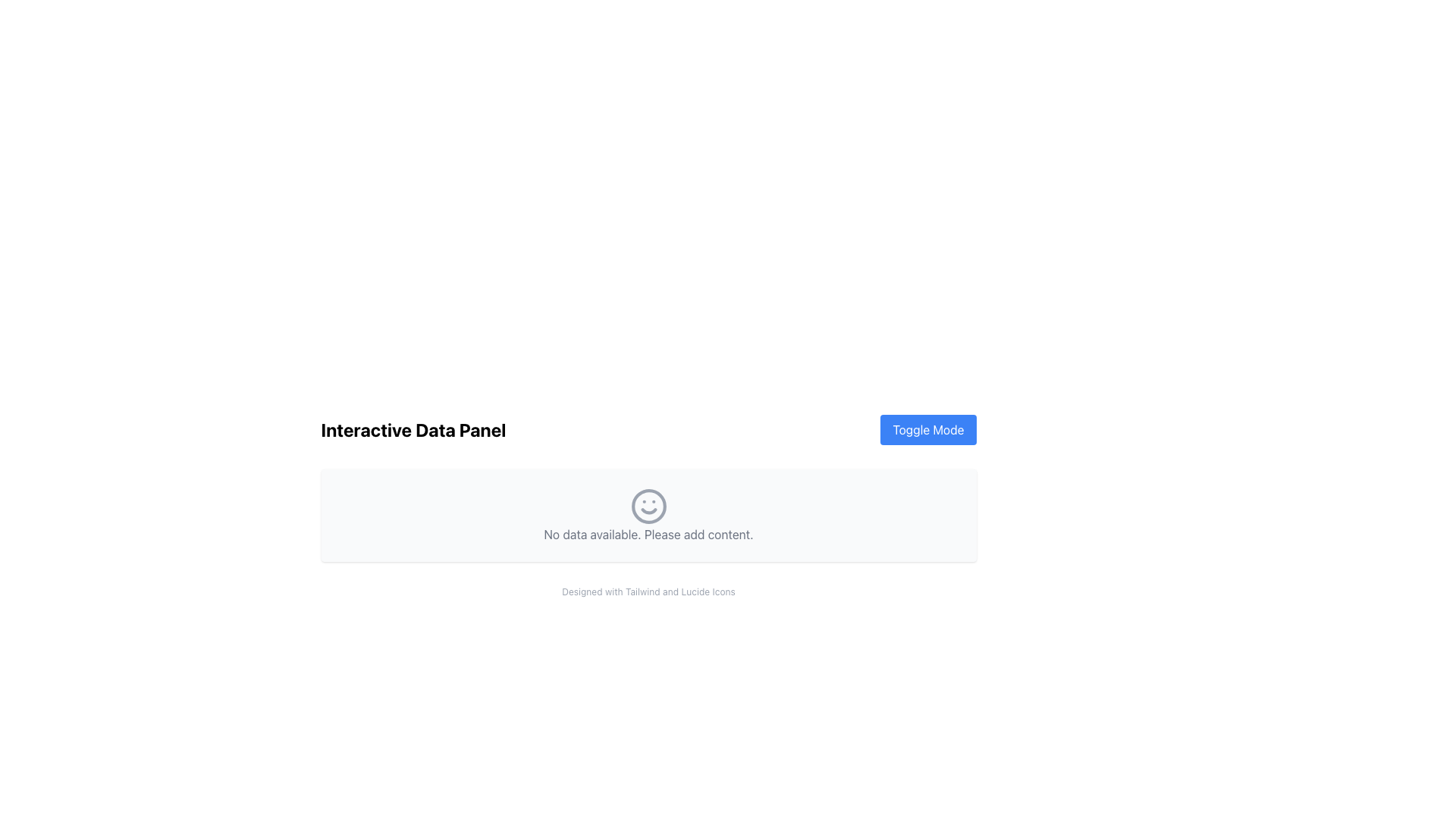 This screenshot has width=1456, height=819. What do you see at coordinates (648, 591) in the screenshot?
I see `the static text element that displays 'Designed with Tailwind and Lucide Icons.' located at the bottom of the panel` at bounding box center [648, 591].